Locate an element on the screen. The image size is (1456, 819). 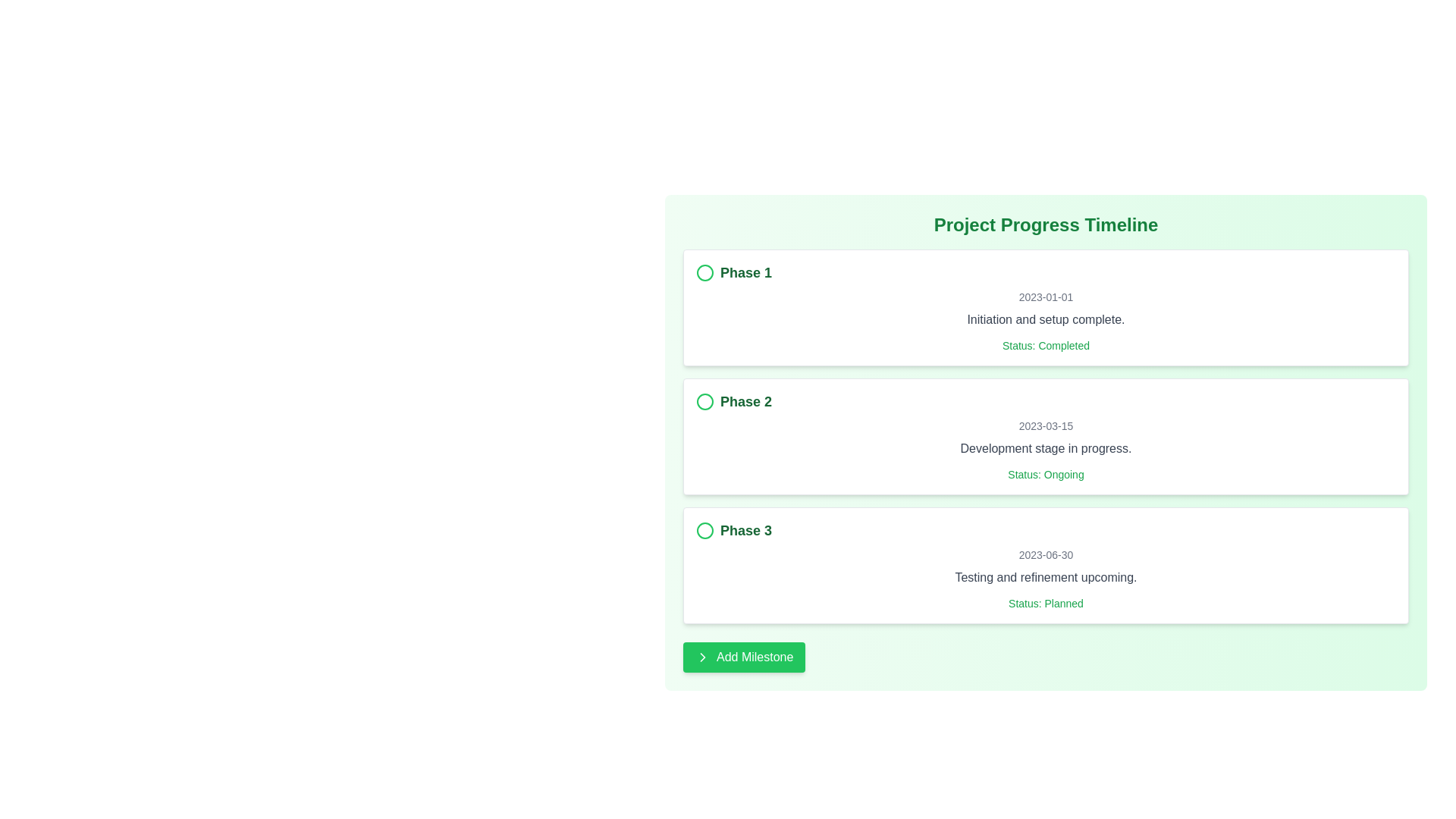
the label indicating the title or heading of the first milestone in the project timeline, located directly below the 'Project Progress Timeline' heading within the 'Phase 1' section is located at coordinates (745, 271).